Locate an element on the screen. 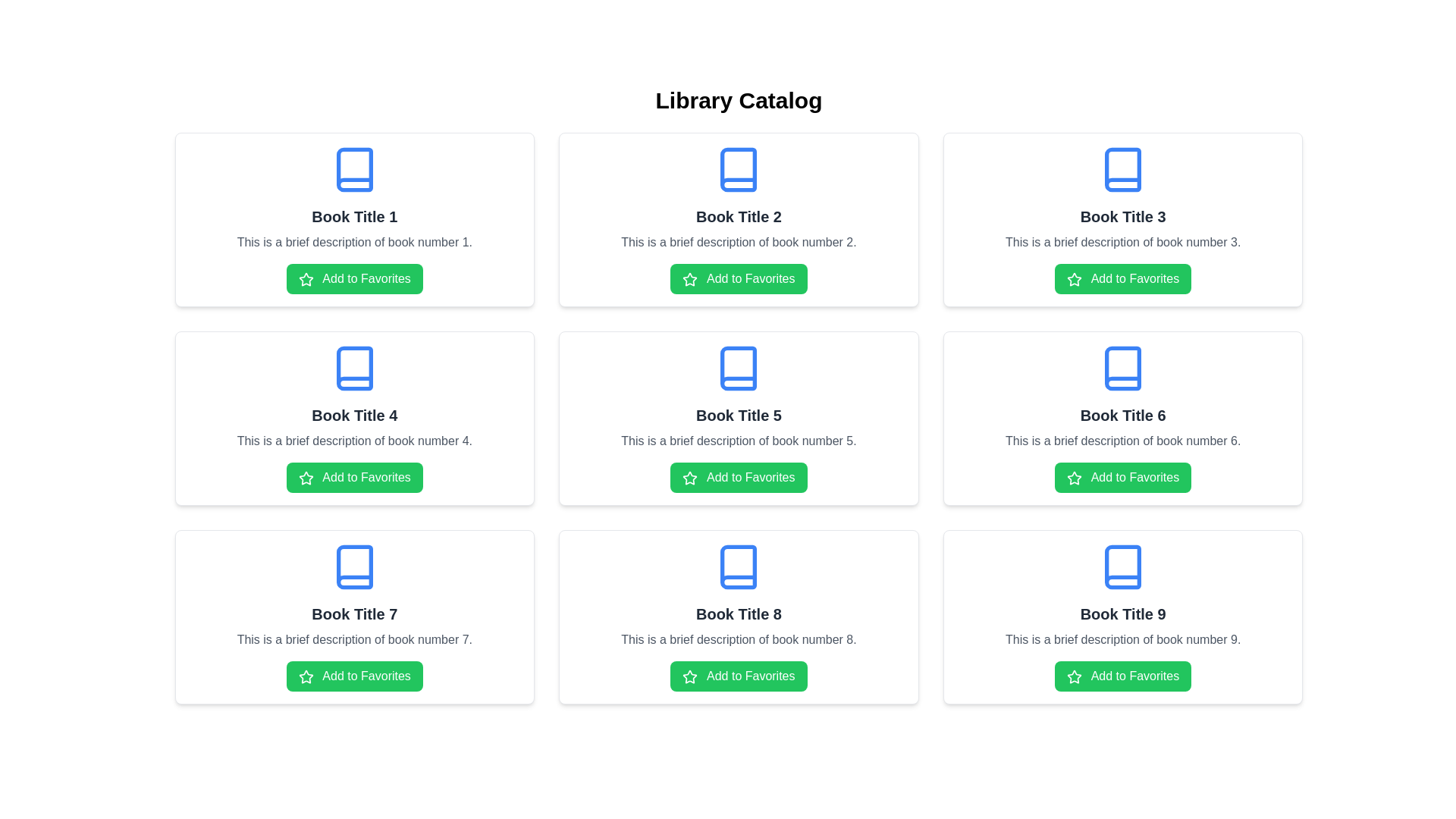 This screenshot has width=1456, height=819. the green 'Add to Favorites' button with a star icon, located below the description of 'Book Title 5' is located at coordinates (739, 476).